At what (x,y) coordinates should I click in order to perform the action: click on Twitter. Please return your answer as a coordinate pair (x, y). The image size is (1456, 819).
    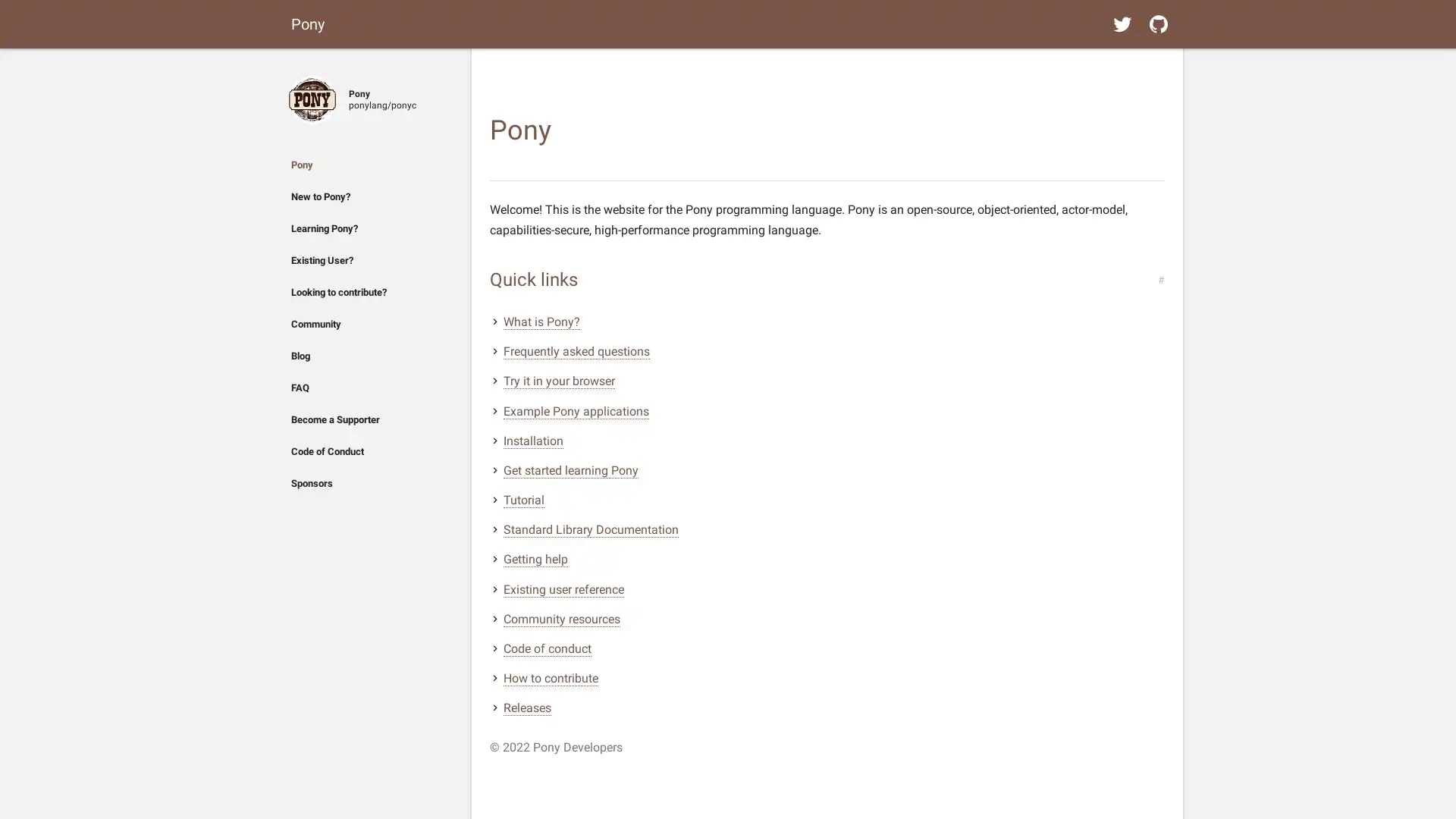
    Looking at the image, I should click on (1122, 24).